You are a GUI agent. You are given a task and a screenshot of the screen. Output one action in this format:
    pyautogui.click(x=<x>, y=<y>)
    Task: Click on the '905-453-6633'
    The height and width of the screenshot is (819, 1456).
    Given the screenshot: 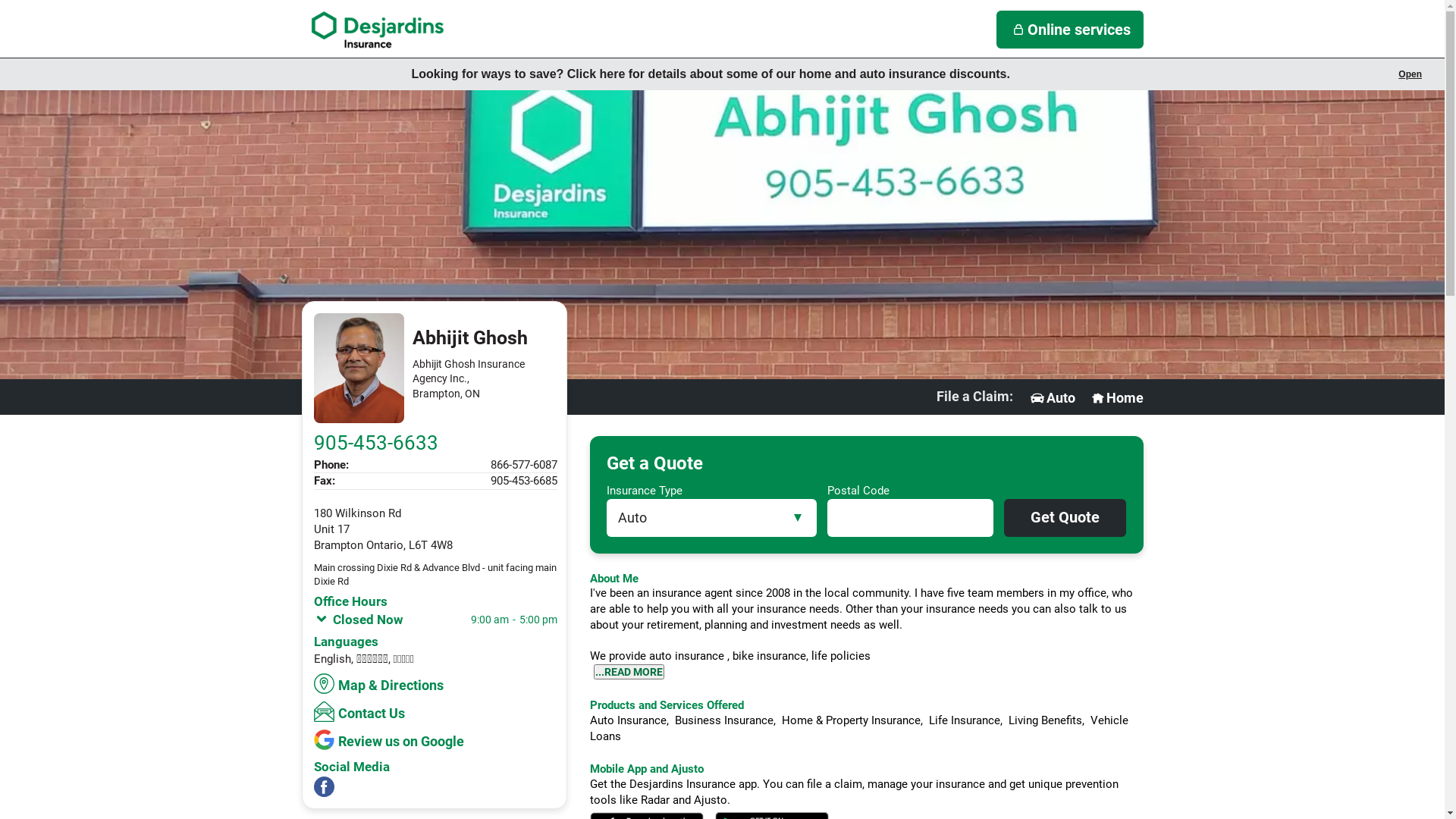 What is the action you would take?
    pyautogui.click(x=375, y=442)
    